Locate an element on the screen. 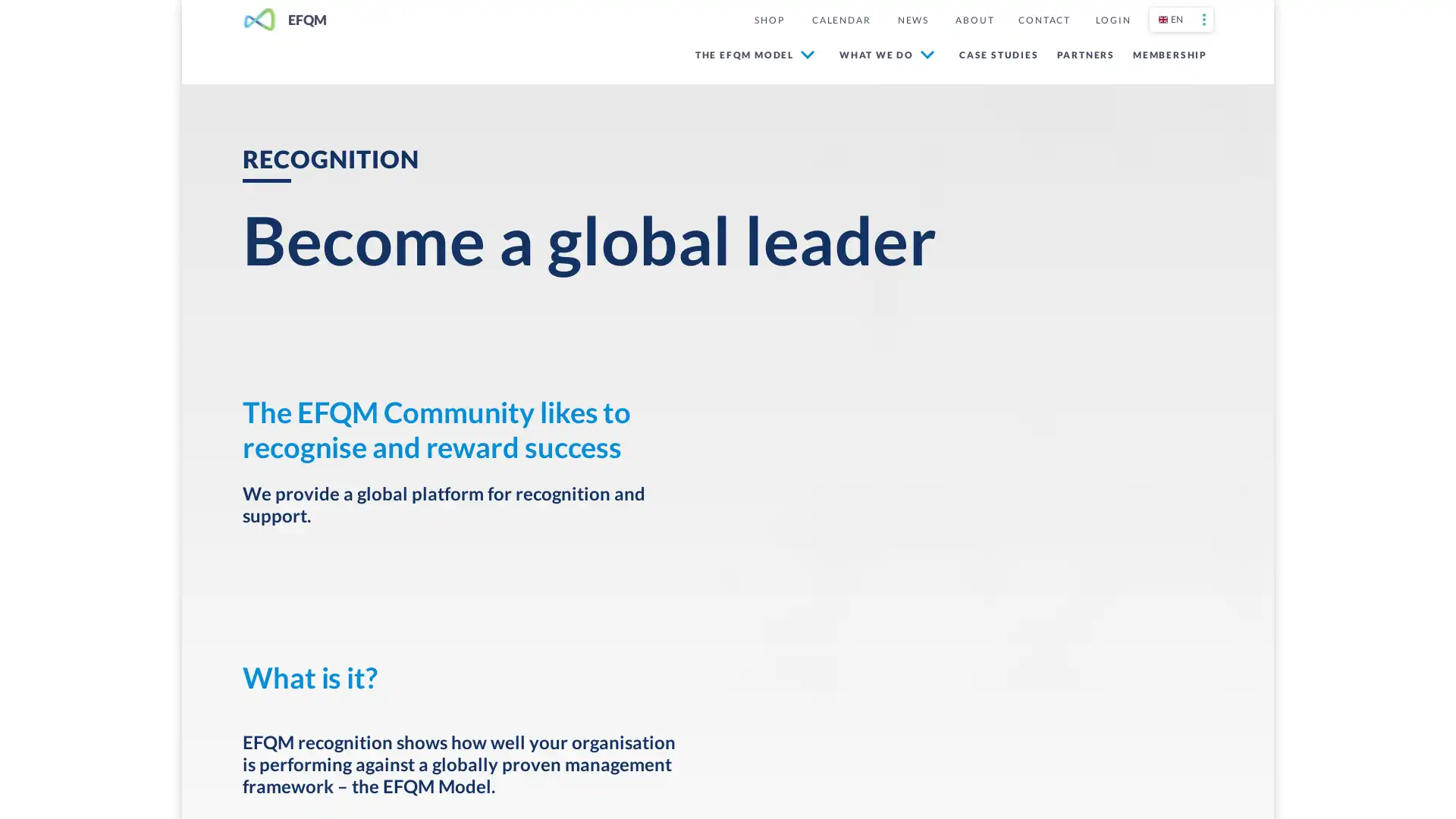 The width and height of the screenshot is (1456, 819). ABOUT is located at coordinates (974, 20).